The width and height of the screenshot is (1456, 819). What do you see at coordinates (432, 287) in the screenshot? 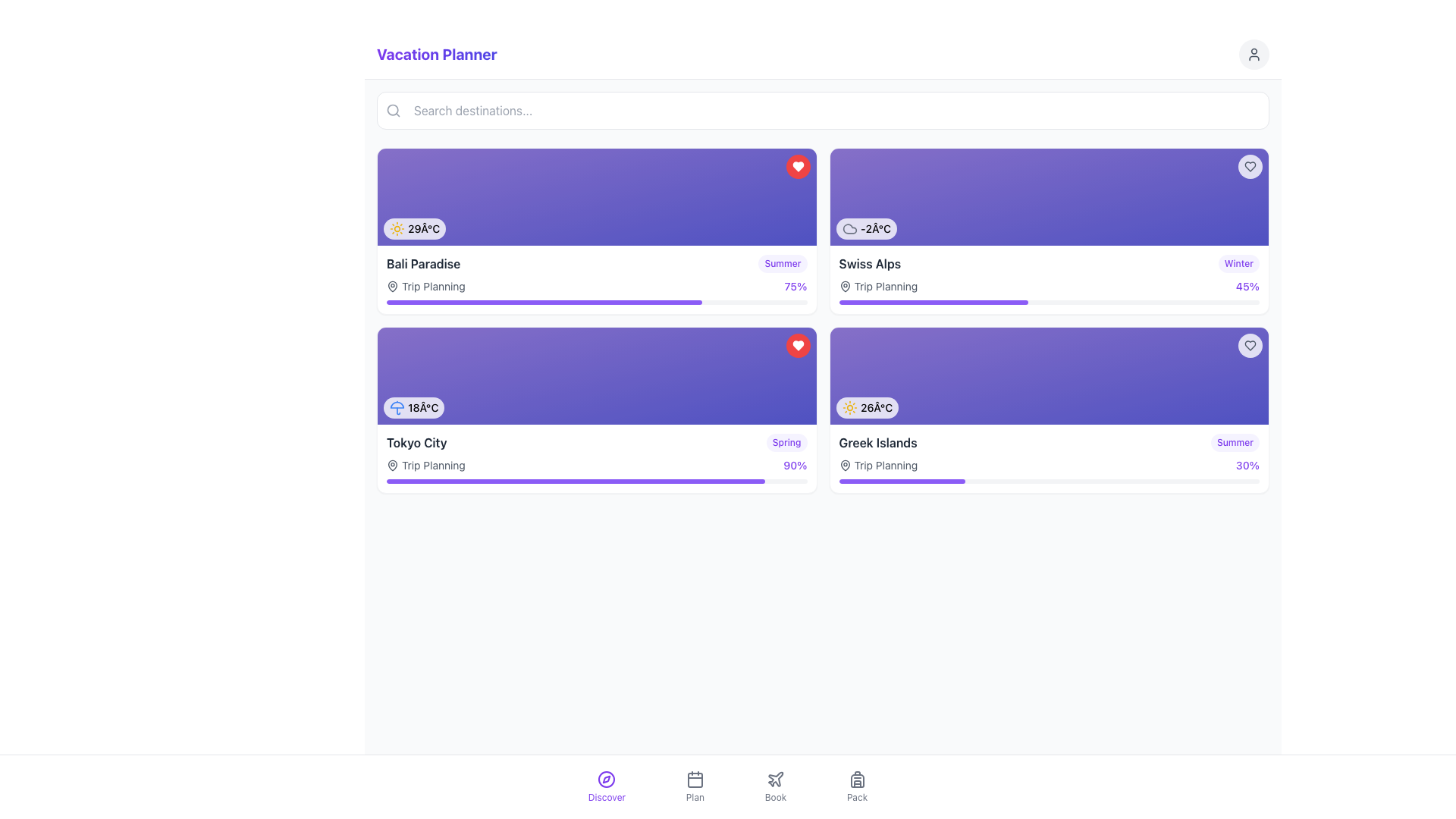
I see `static text label 'Trip Planning' located within the first vacation card for 'Bali Paradise', positioned to the right of the map pin icon` at bounding box center [432, 287].